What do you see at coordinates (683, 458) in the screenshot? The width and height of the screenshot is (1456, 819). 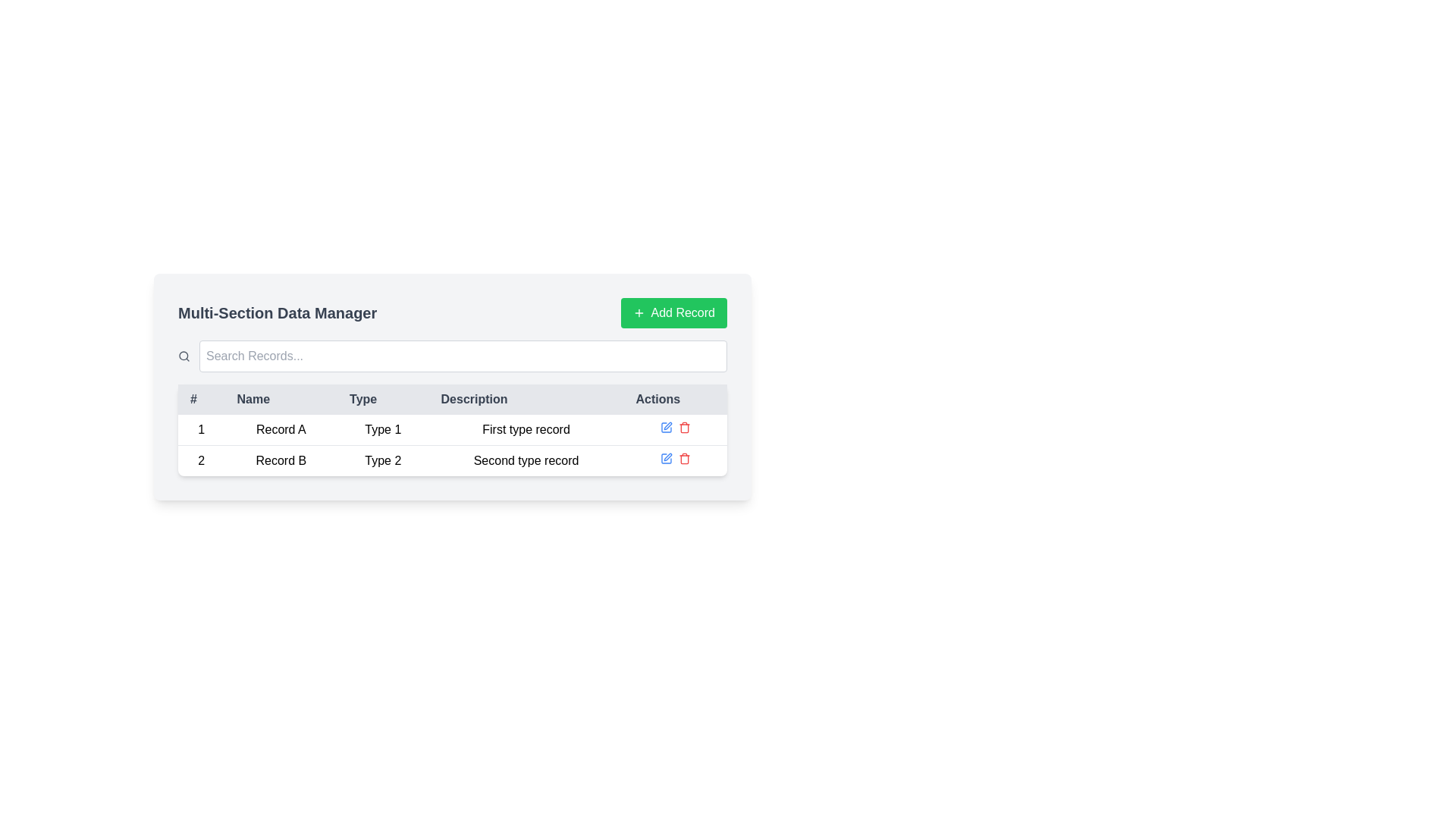 I see `the delete icon button located in the 'Actions' column of the second data row` at bounding box center [683, 458].